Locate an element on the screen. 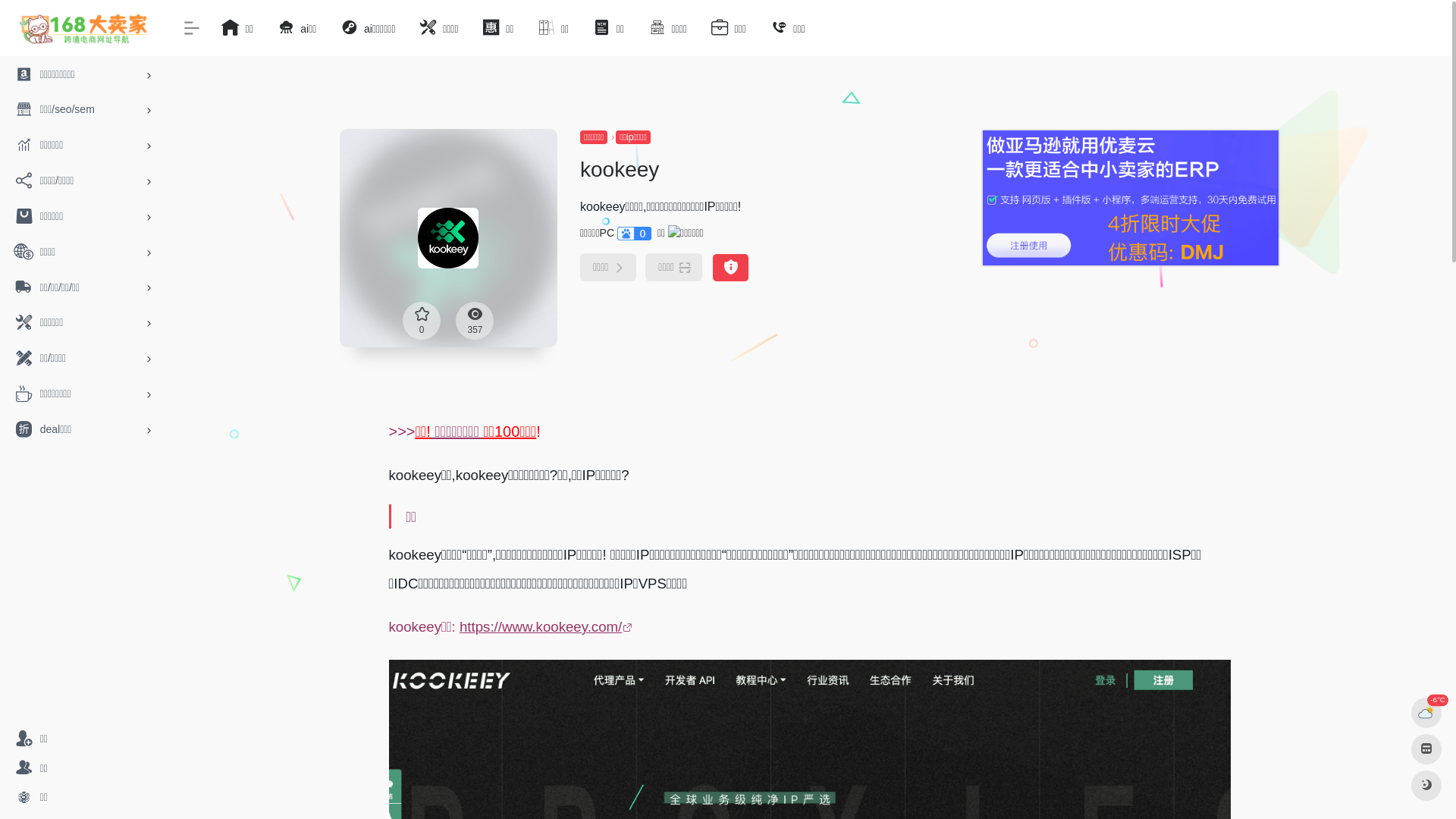 The image size is (1456, 819). 'https://www.kookeey.com/' is located at coordinates (547, 626).